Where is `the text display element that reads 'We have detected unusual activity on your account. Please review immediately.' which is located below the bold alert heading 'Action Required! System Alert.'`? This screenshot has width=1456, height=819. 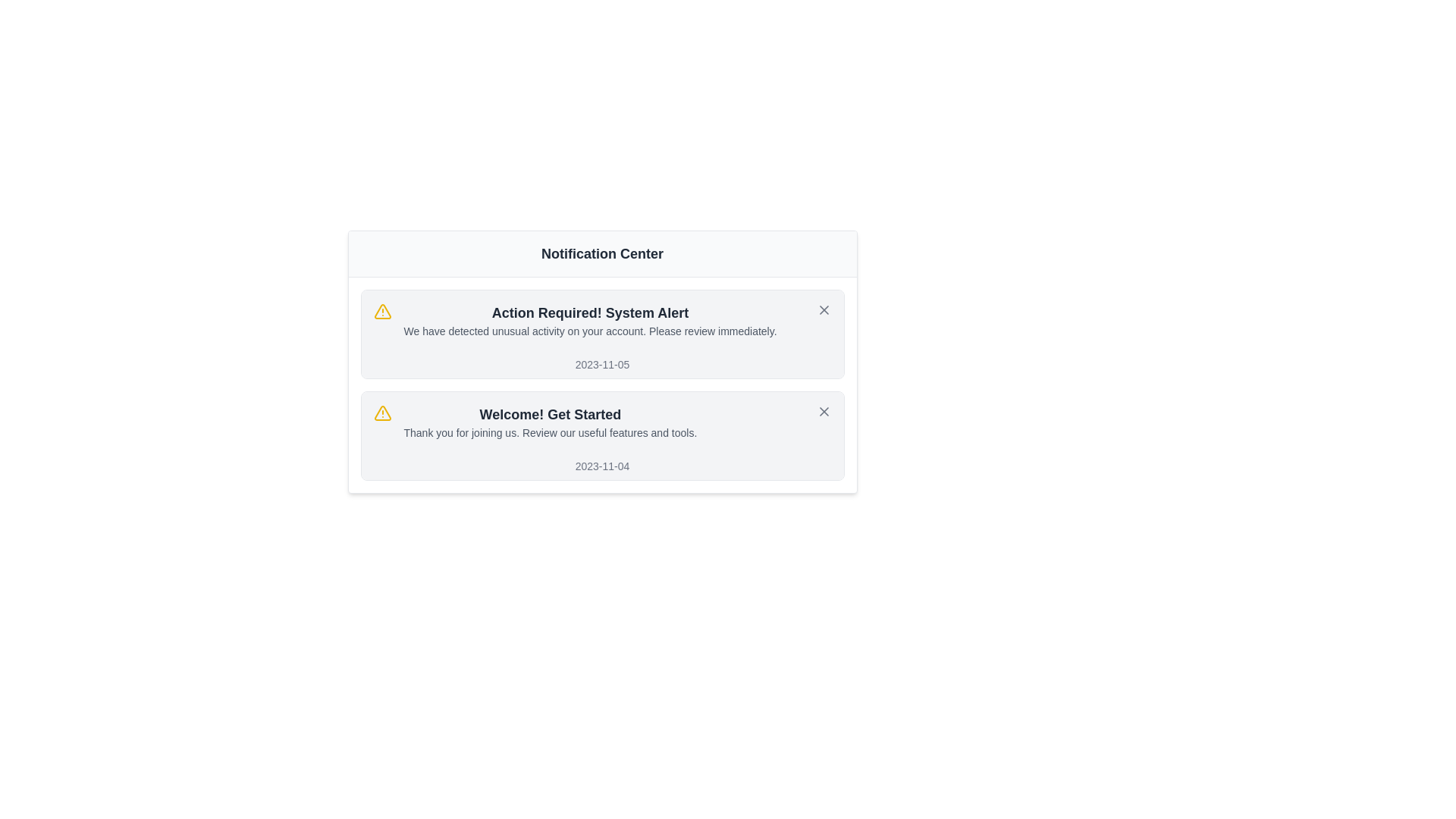
the text display element that reads 'We have detected unusual activity on your account. Please review immediately.' which is located below the bold alert heading 'Action Required! System Alert.' is located at coordinates (589, 330).